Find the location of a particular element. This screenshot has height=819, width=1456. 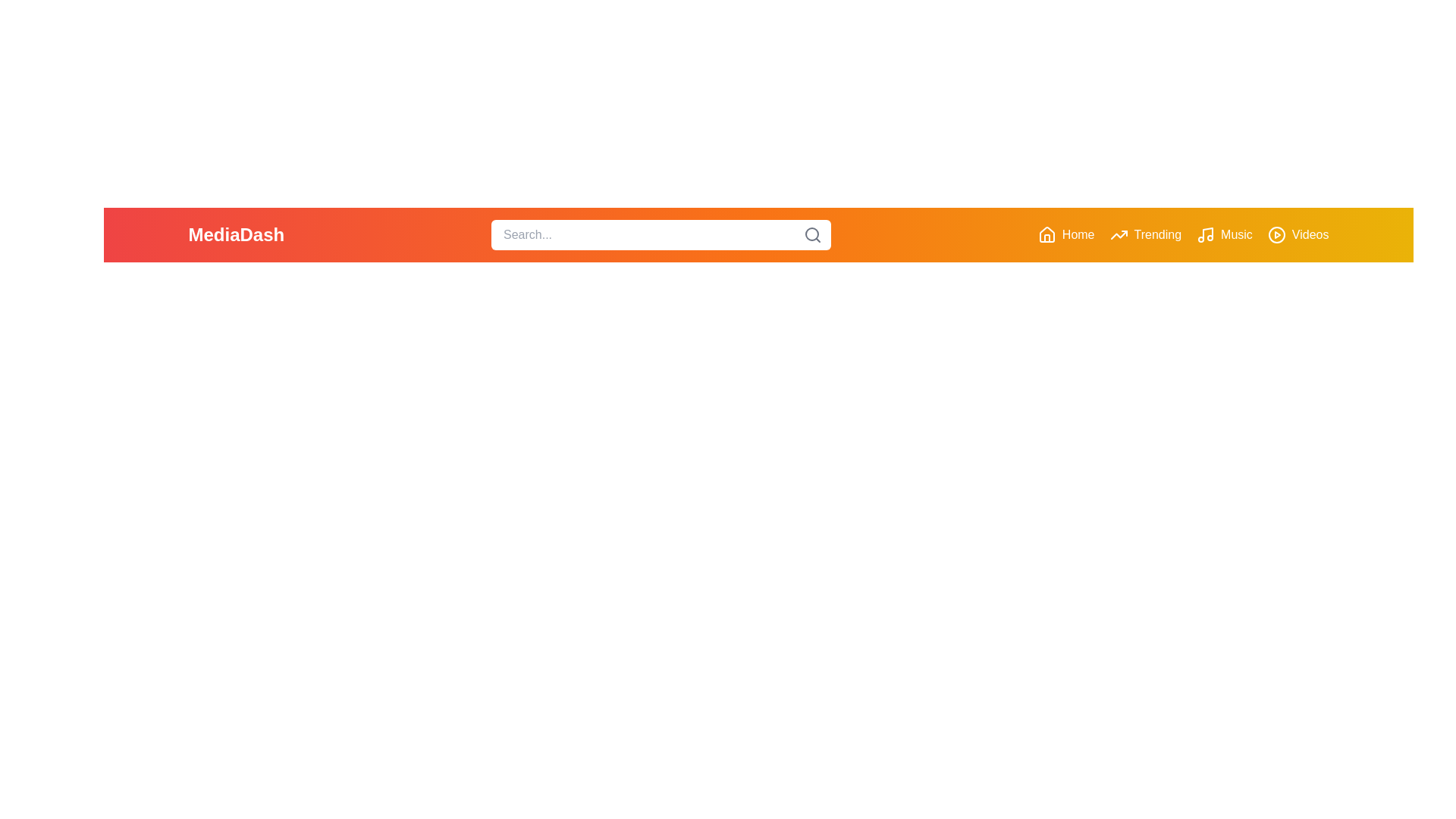

the Videos button in the navigation bar is located at coordinates (1298, 234).